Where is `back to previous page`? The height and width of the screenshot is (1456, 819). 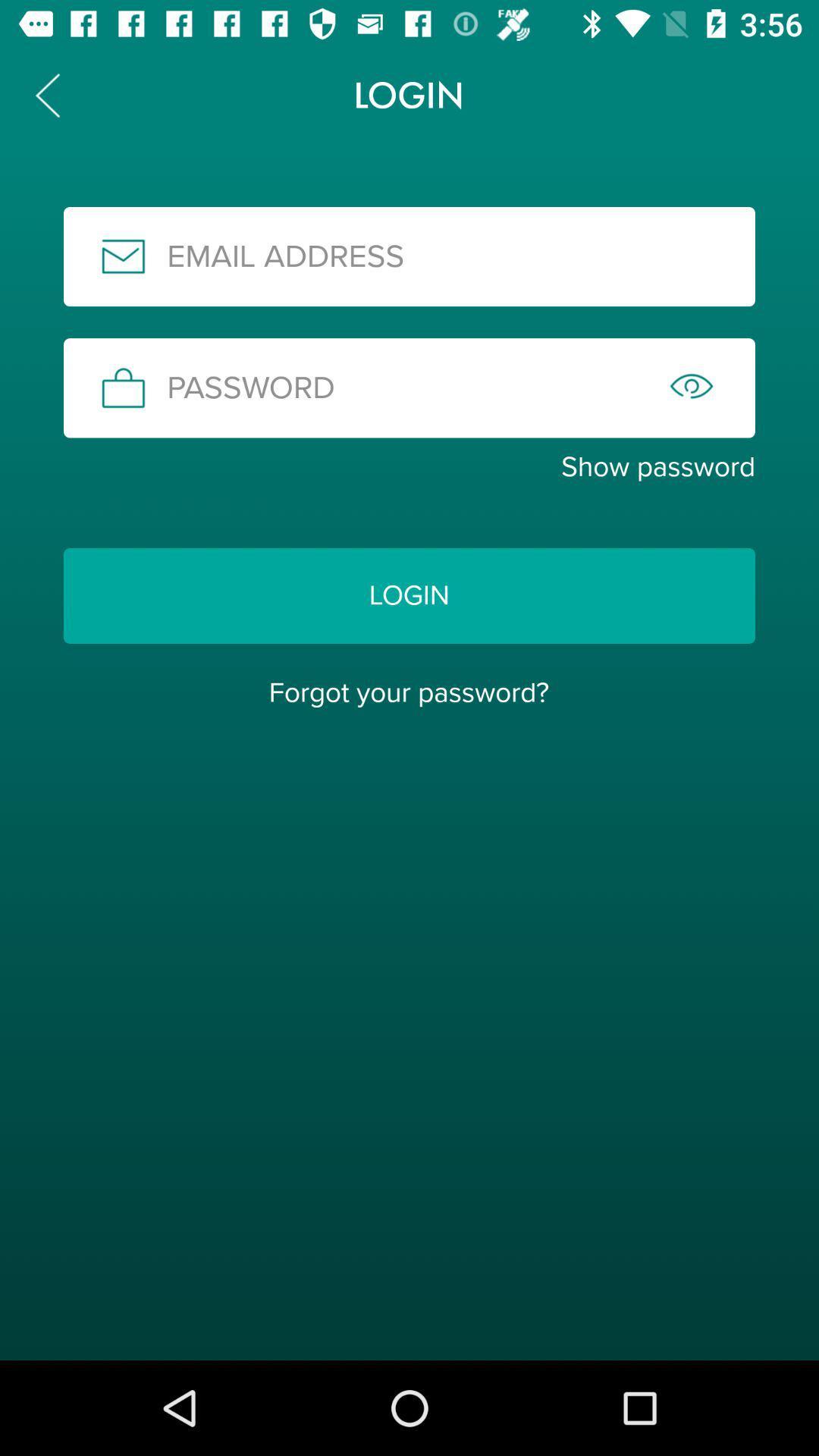
back to previous page is located at coordinates (46, 94).